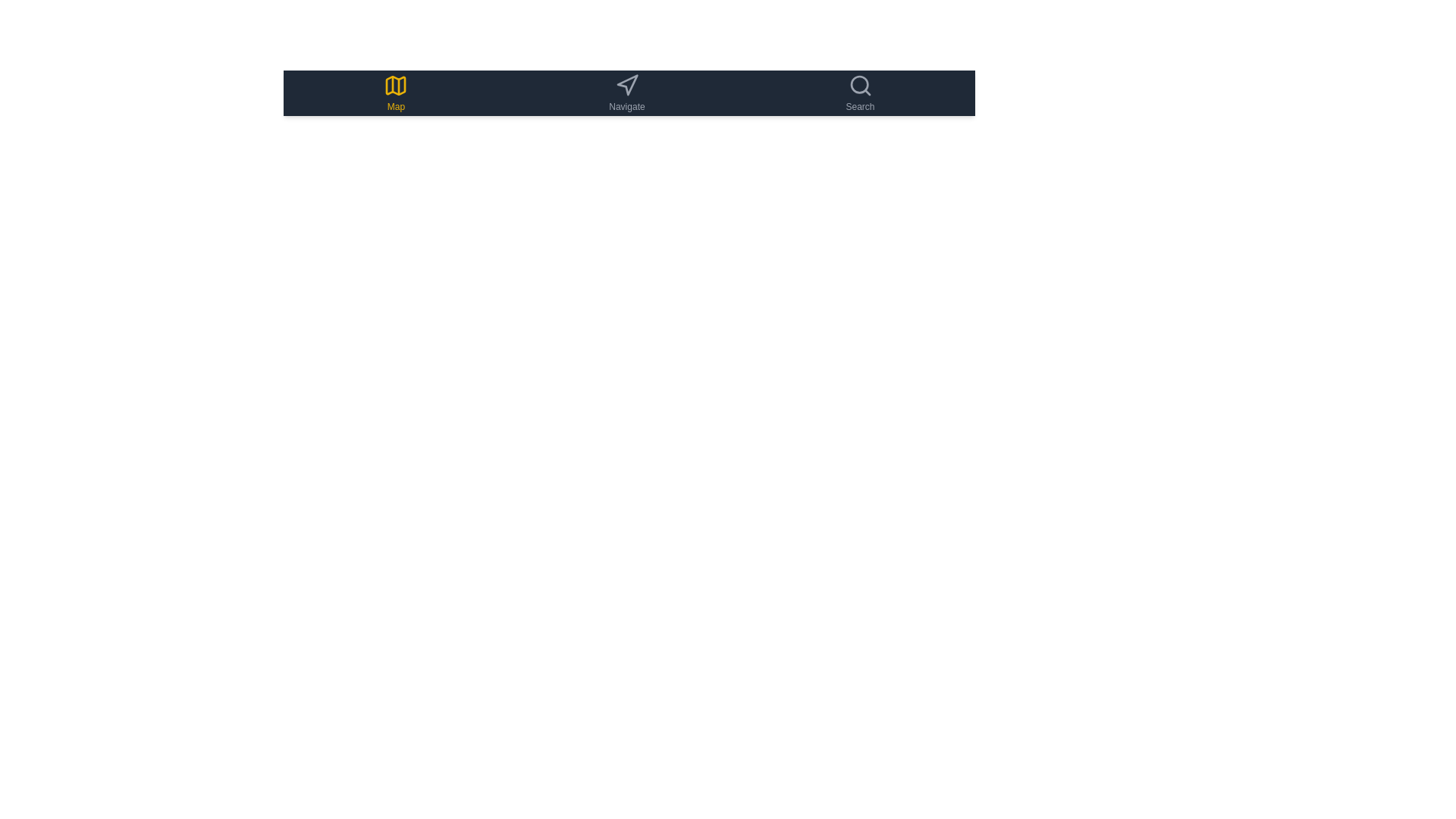 This screenshot has width=1456, height=819. I want to click on the 'Navigate' section of the navigation bar, so click(629, 93).